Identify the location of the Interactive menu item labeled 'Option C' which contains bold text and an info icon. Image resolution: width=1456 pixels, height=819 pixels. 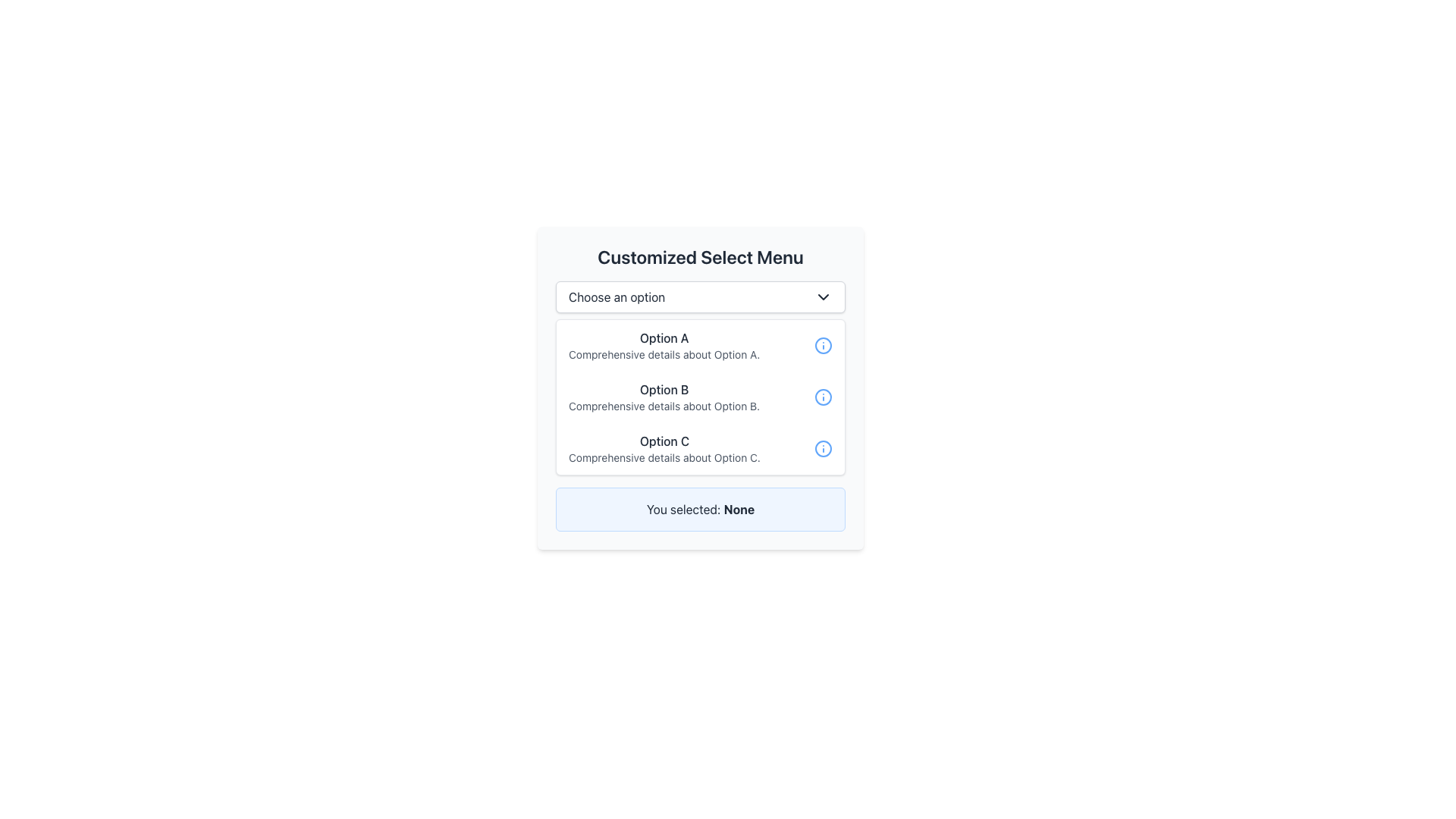
(700, 447).